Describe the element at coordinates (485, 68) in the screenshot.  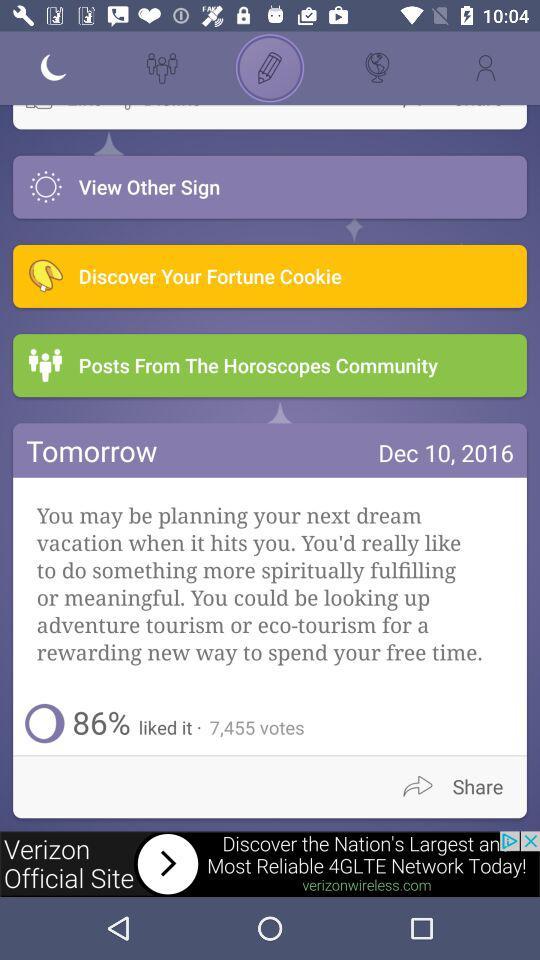
I see `the profile icon` at that location.